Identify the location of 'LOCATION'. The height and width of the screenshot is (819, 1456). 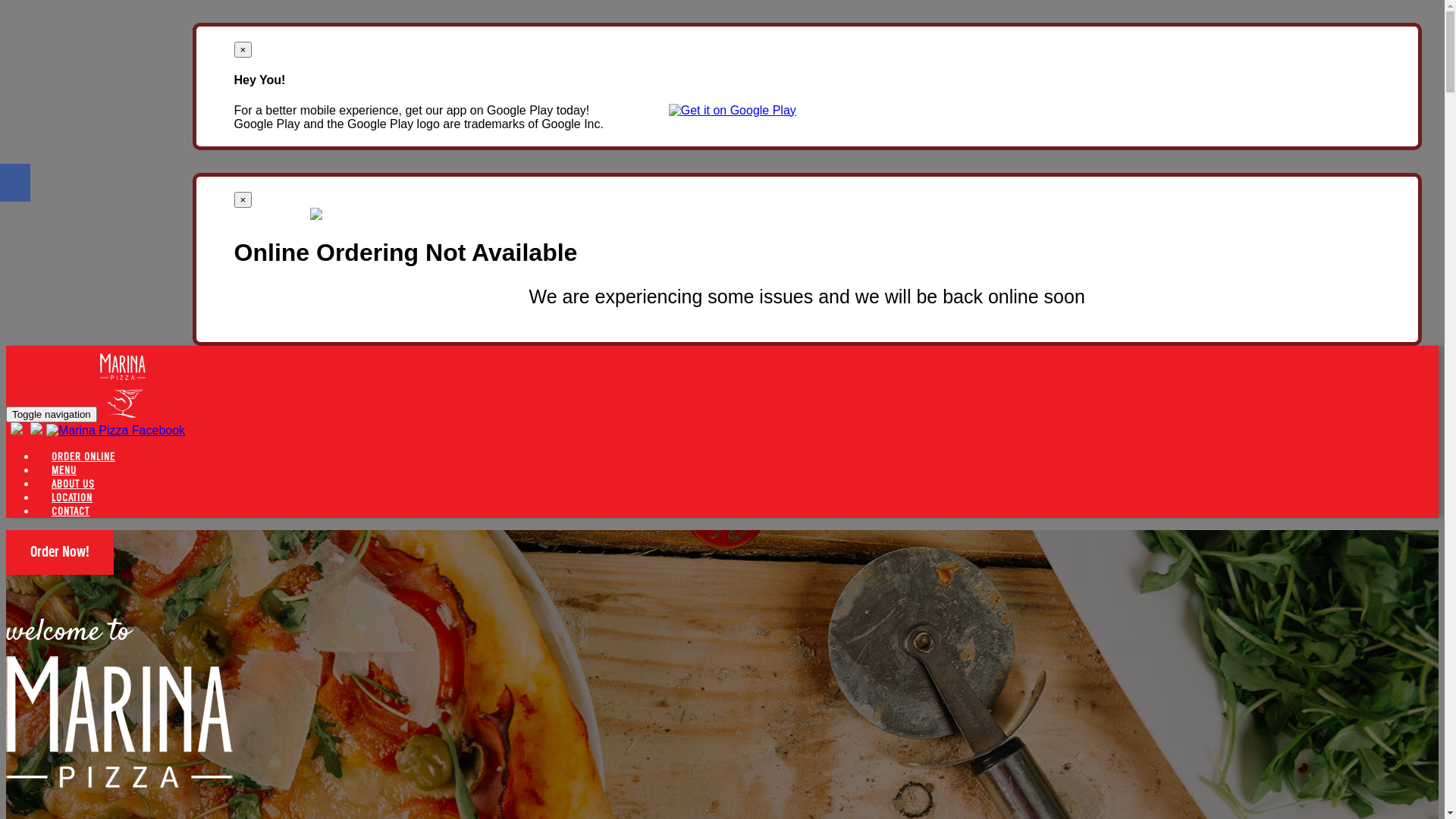
(71, 497).